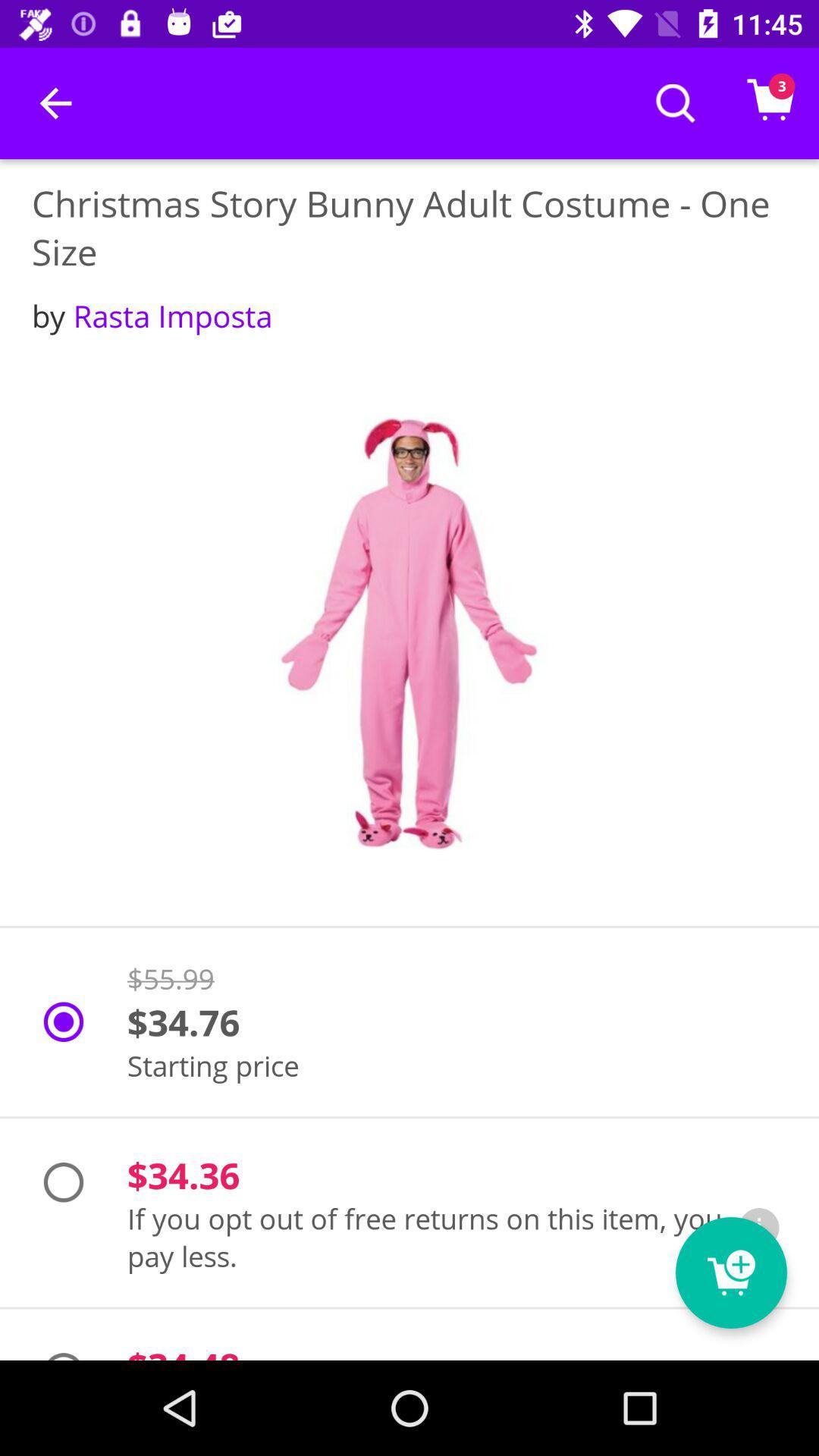 This screenshot has height=1456, width=819. What do you see at coordinates (730, 1272) in the screenshot?
I see `the cart icon` at bounding box center [730, 1272].